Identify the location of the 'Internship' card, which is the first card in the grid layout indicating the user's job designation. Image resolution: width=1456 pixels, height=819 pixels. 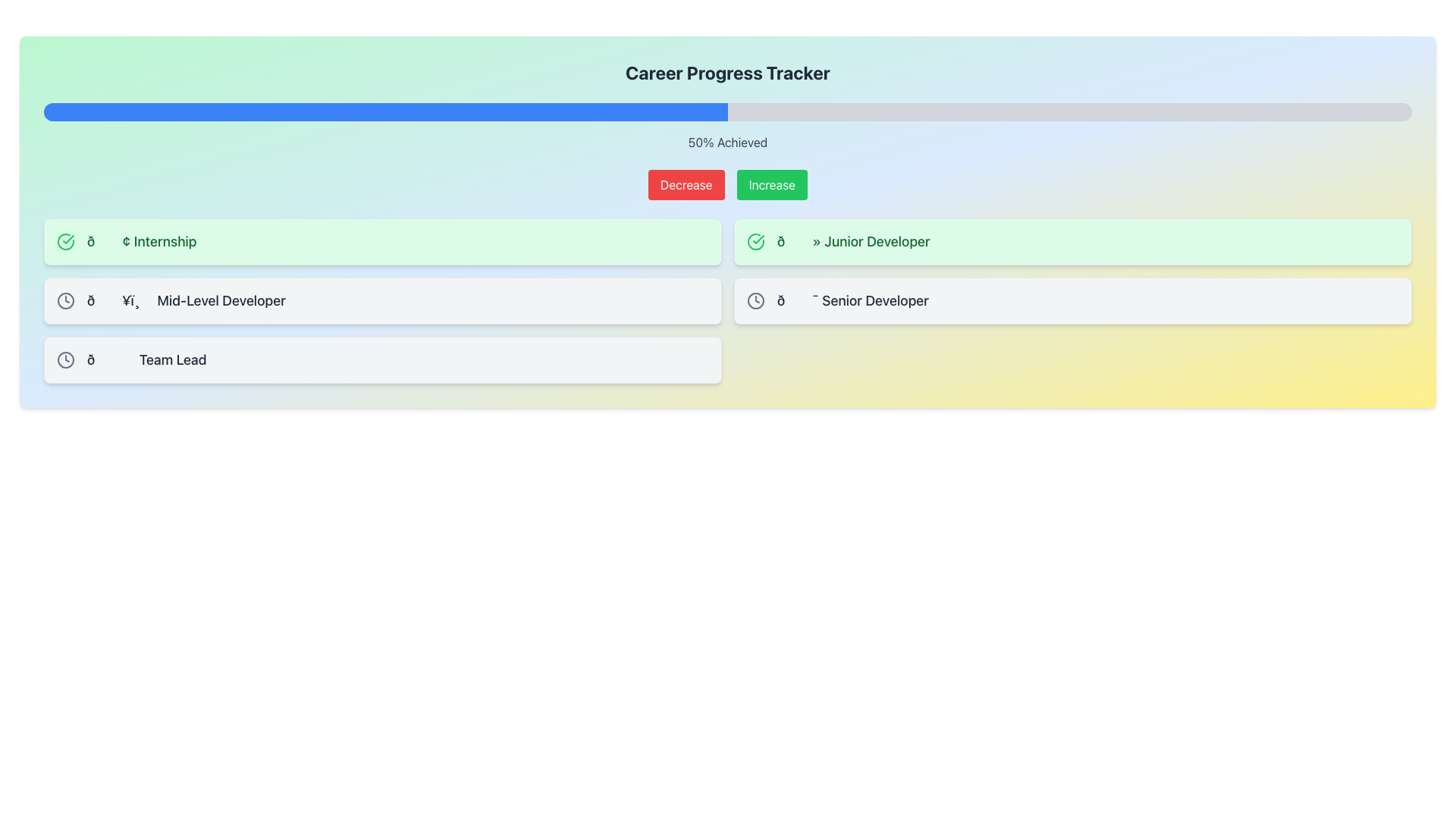
(382, 241).